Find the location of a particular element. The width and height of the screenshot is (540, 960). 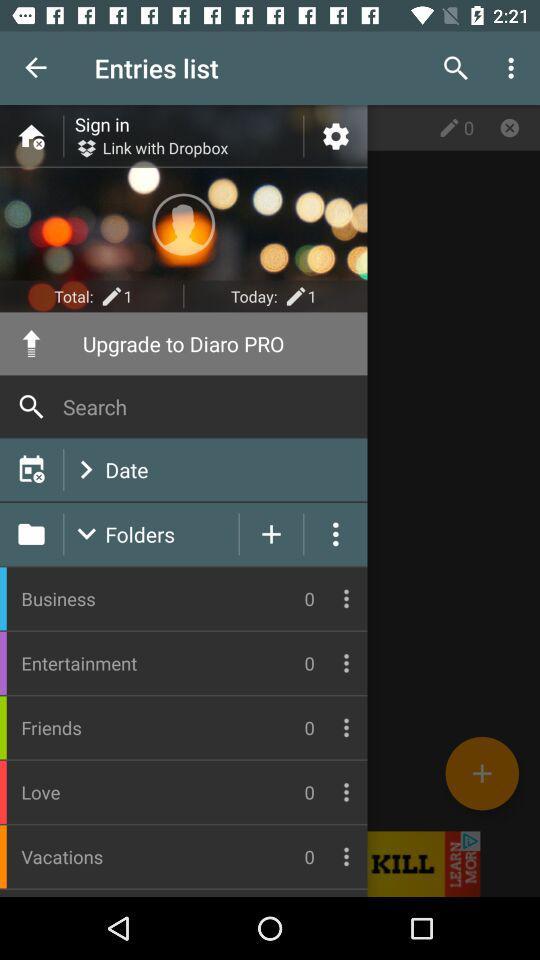

the add icon is located at coordinates (481, 772).